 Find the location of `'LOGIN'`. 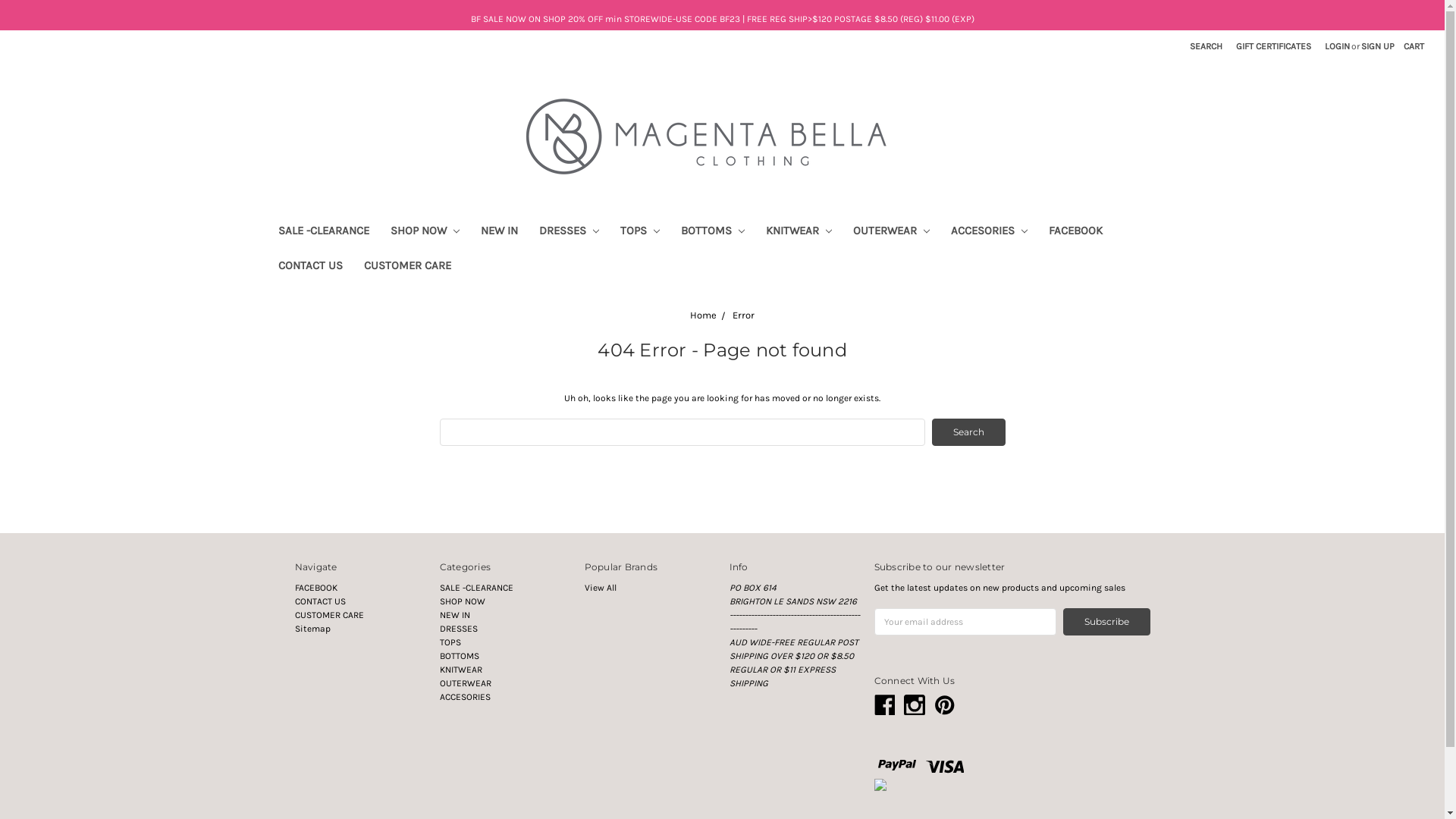

'LOGIN' is located at coordinates (1337, 45).